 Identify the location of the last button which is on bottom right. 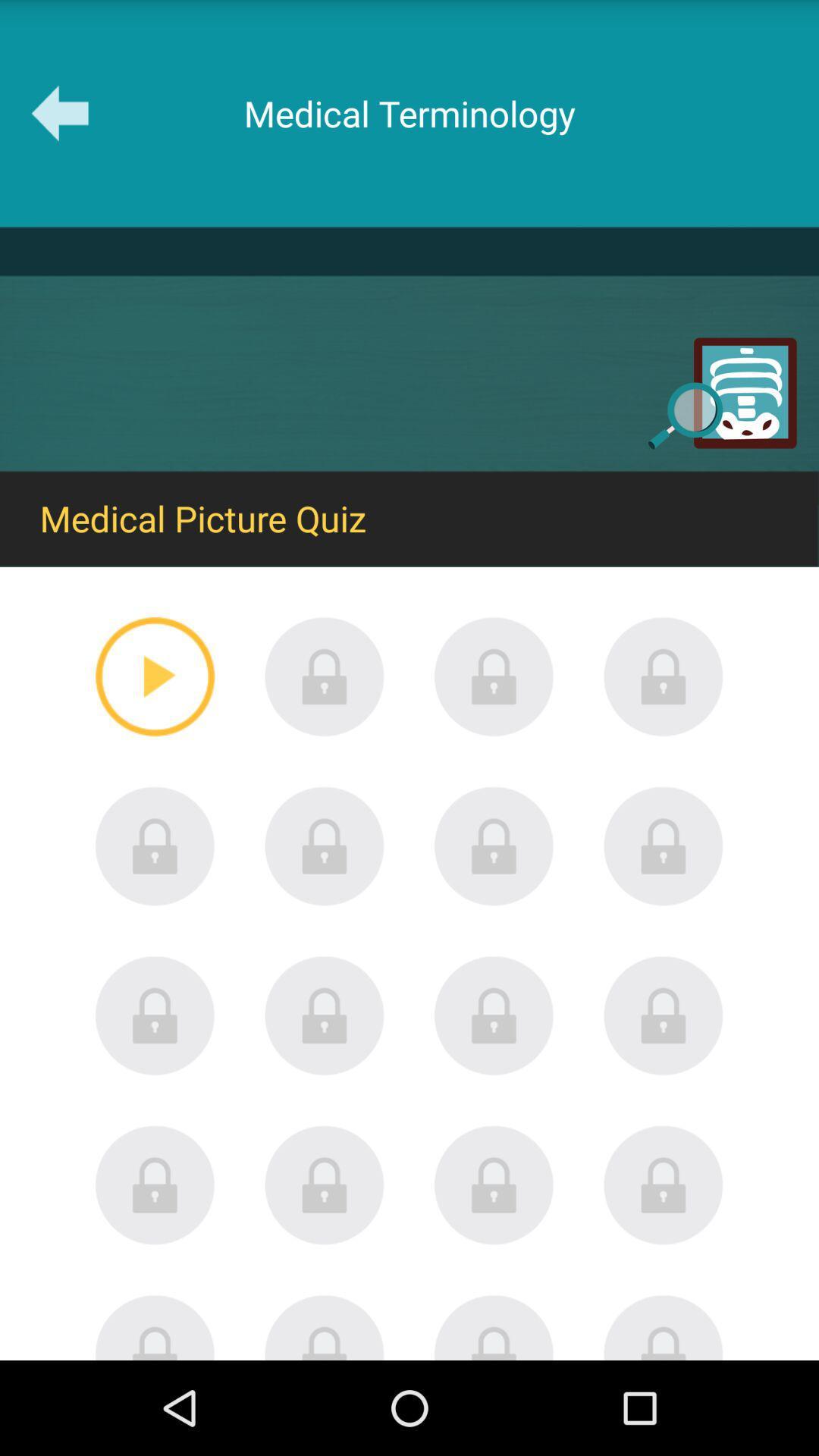
(663, 1327).